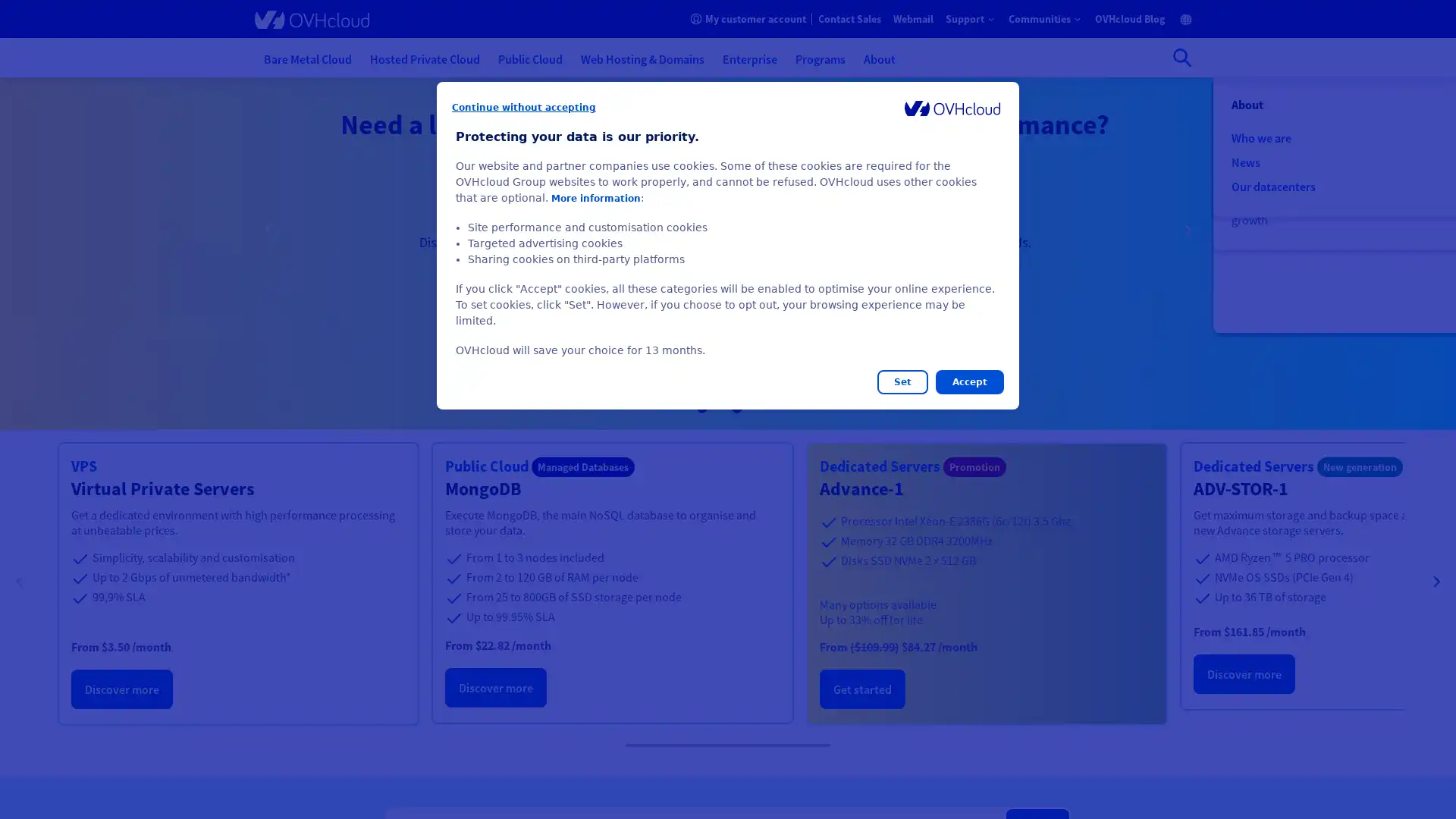 The height and width of the screenshot is (819, 1456). I want to click on Previous, so click(268, 231).